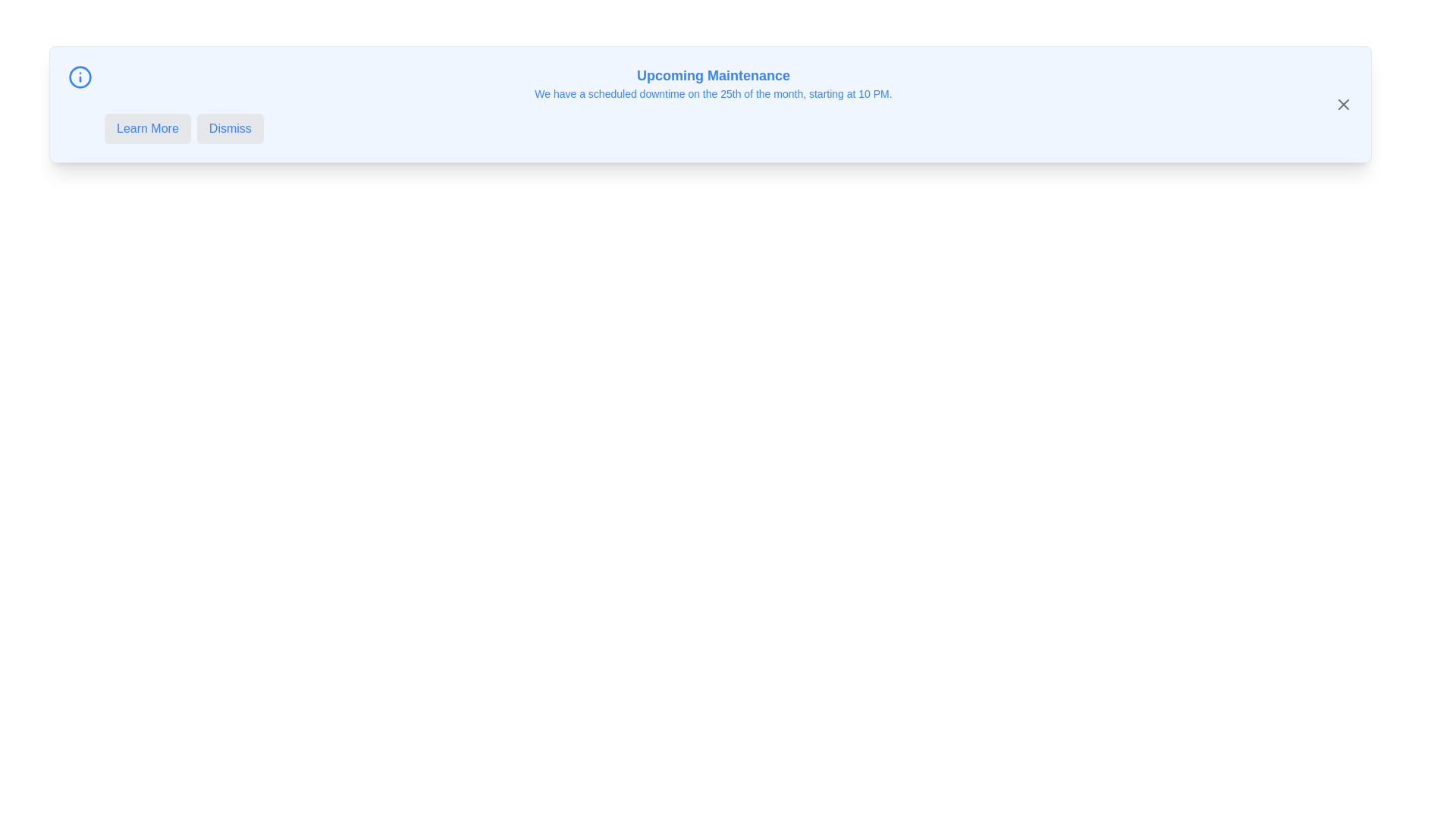 The width and height of the screenshot is (1456, 819). Describe the element at coordinates (712, 76) in the screenshot. I see `the text label element that displays 'Upcoming Maintenance', which is prominently positioned at the top of a notification box with a light blue background` at that location.